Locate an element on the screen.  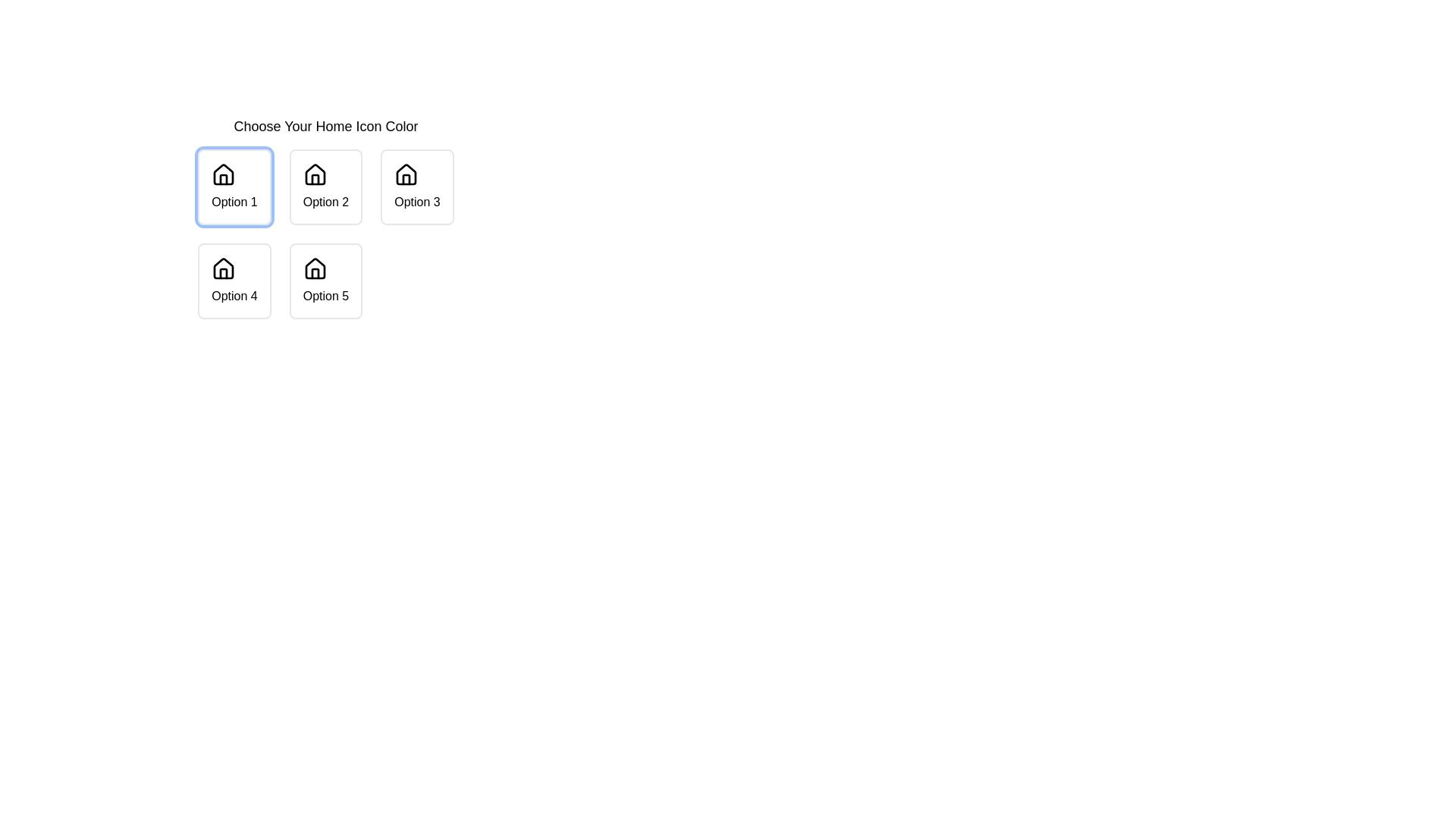
the selectable button representing 'Option 1' with the blue home icon for accessibility navigation is located at coordinates (234, 186).